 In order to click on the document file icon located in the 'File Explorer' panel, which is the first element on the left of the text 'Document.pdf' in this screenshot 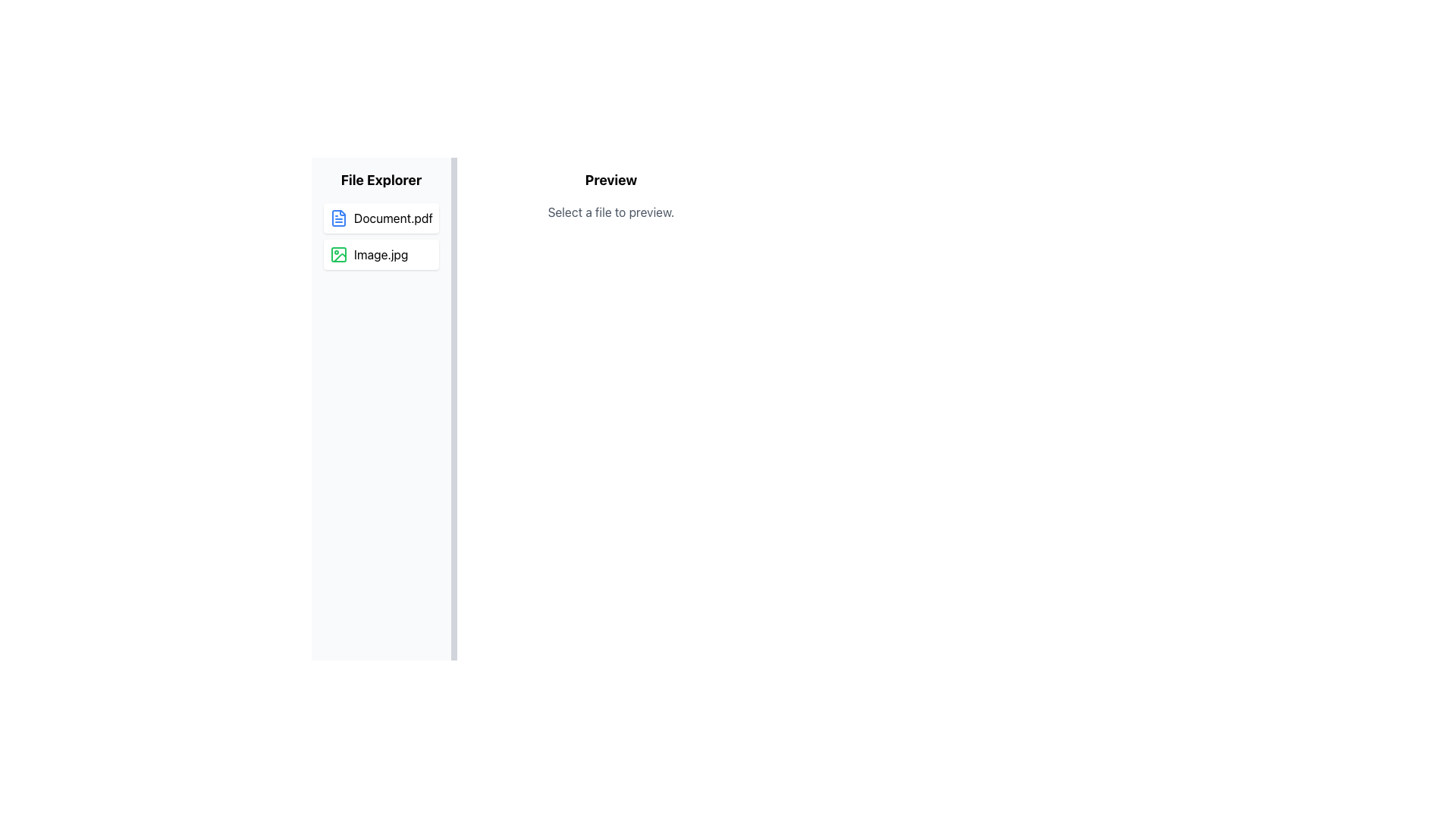, I will do `click(337, 218)`.